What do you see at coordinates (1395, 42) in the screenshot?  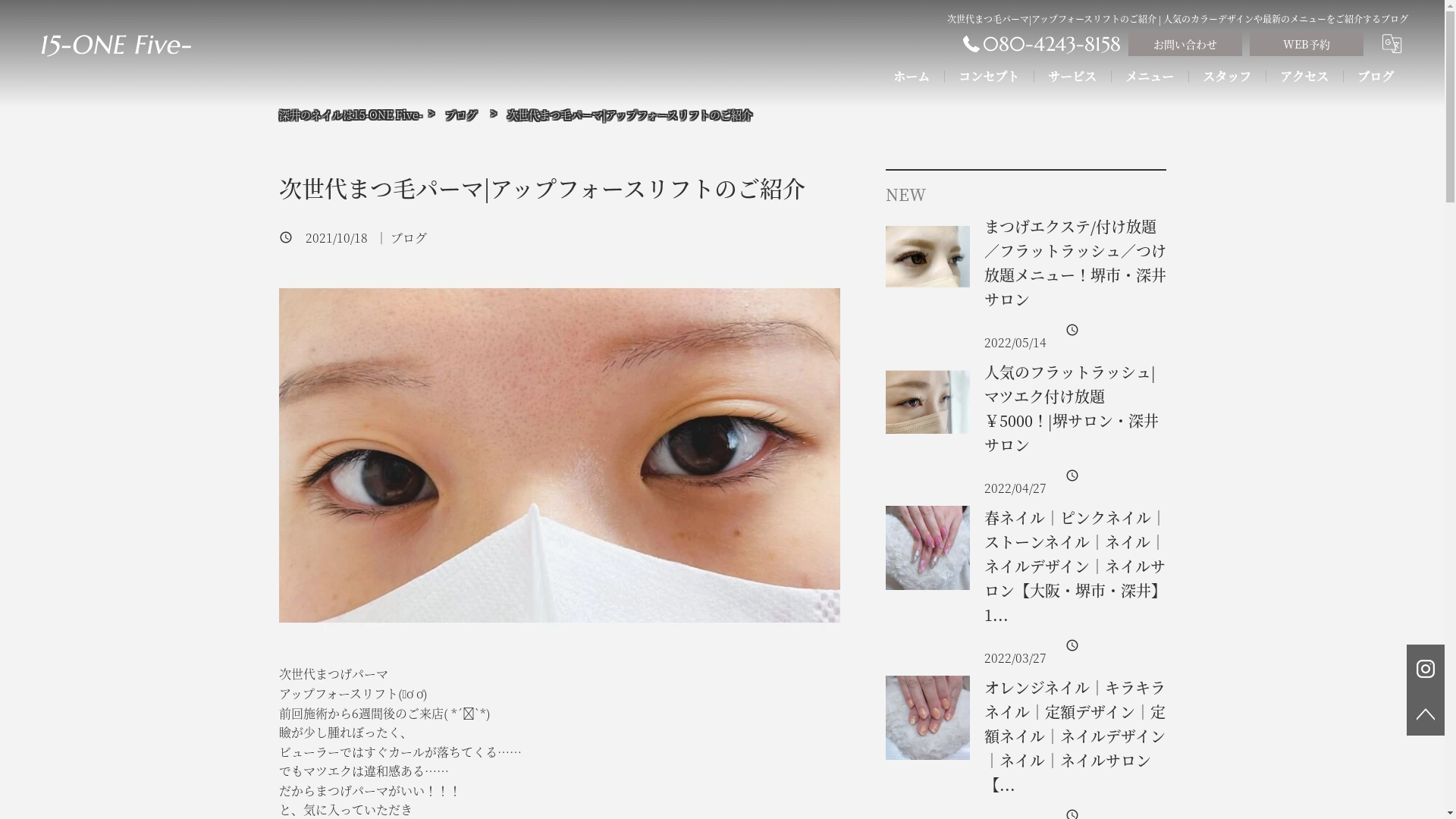 I see `'translate'` at bounding box center [1395, 42].